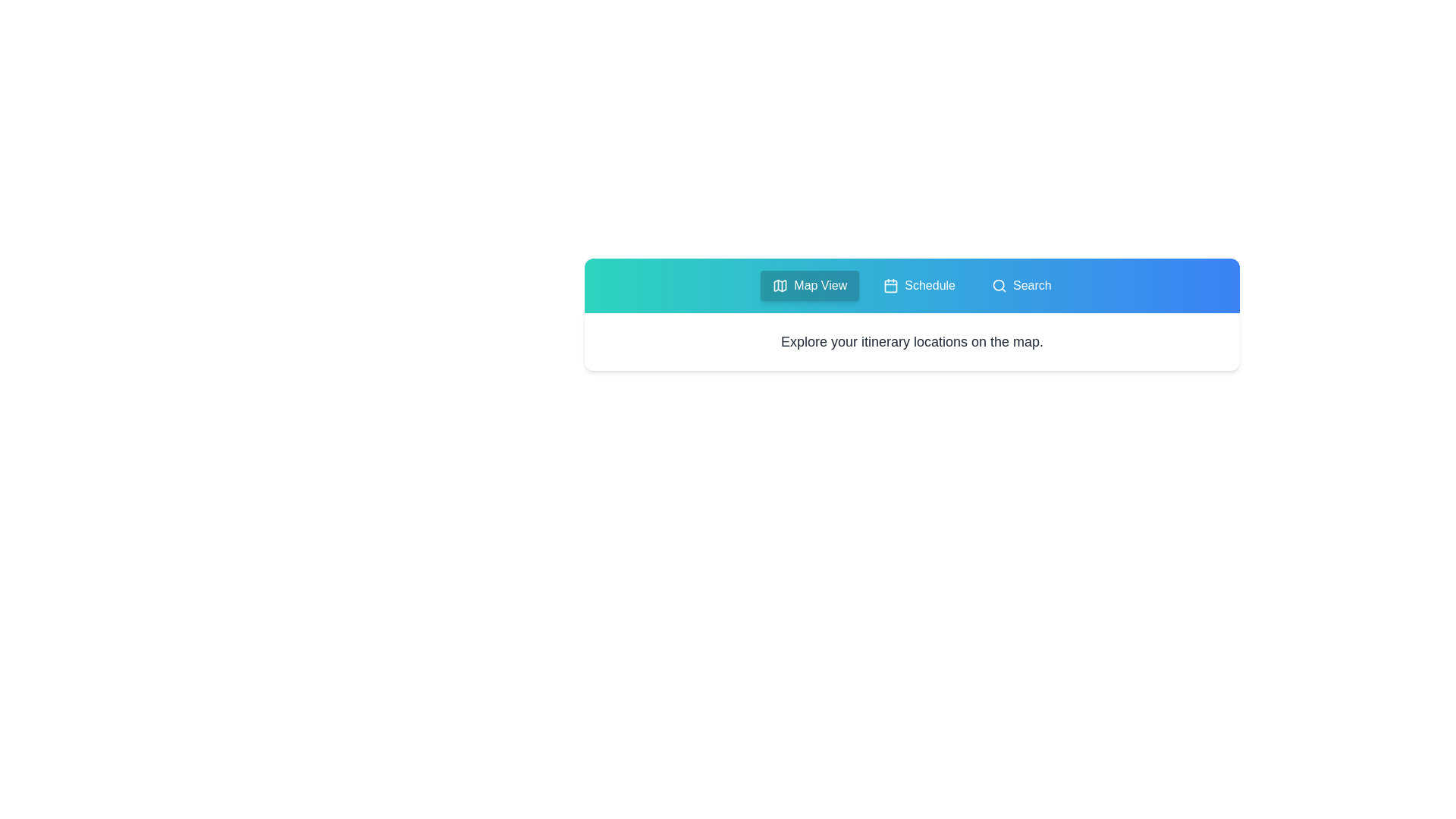  Describe the element at coordinates (820, 286) in the screenshot. I see `the 'Map View' button in the top navigation bar` at that location.